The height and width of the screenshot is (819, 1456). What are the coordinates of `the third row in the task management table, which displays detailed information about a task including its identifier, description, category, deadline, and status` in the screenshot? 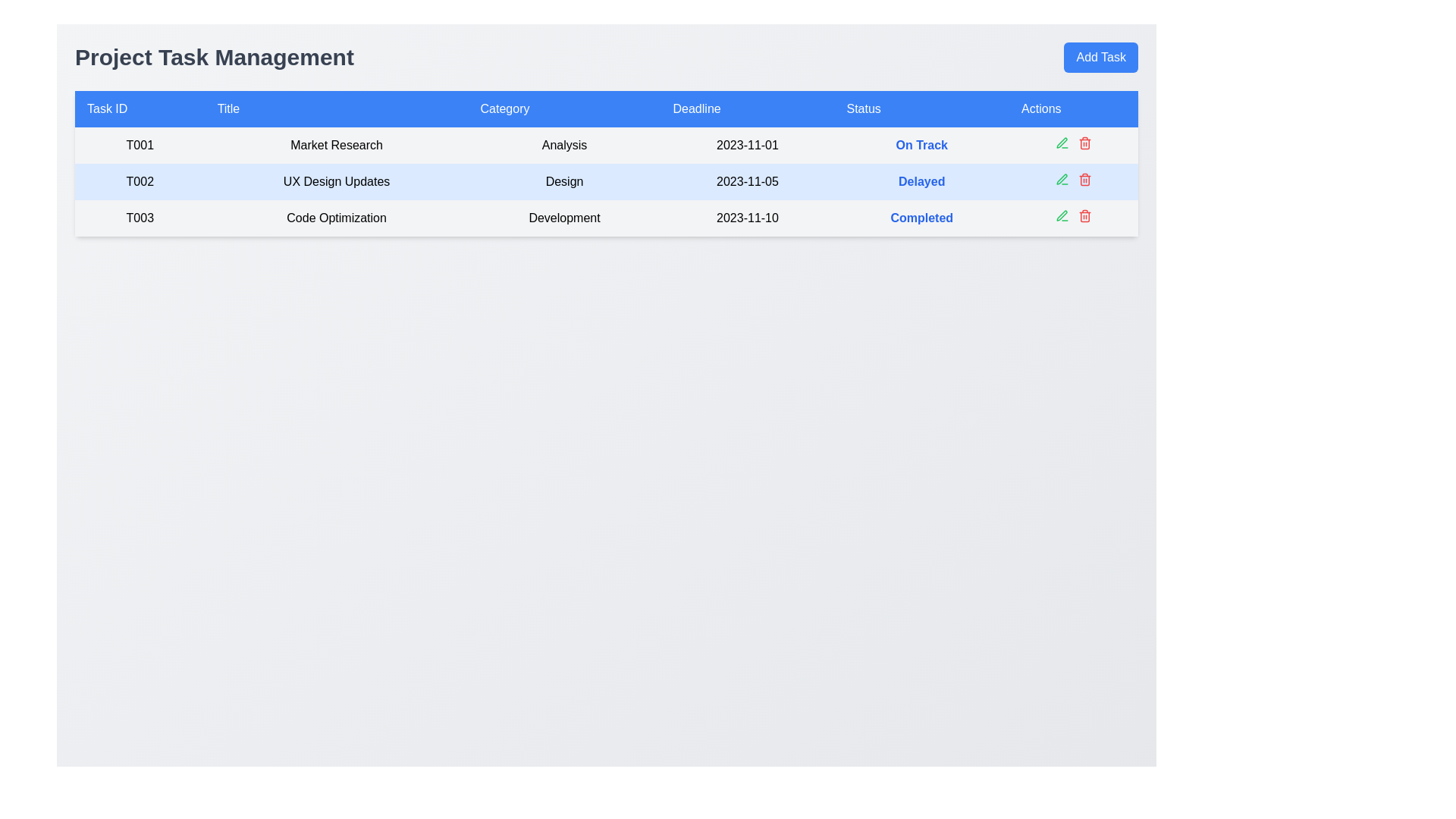 It's located at (607, 218).